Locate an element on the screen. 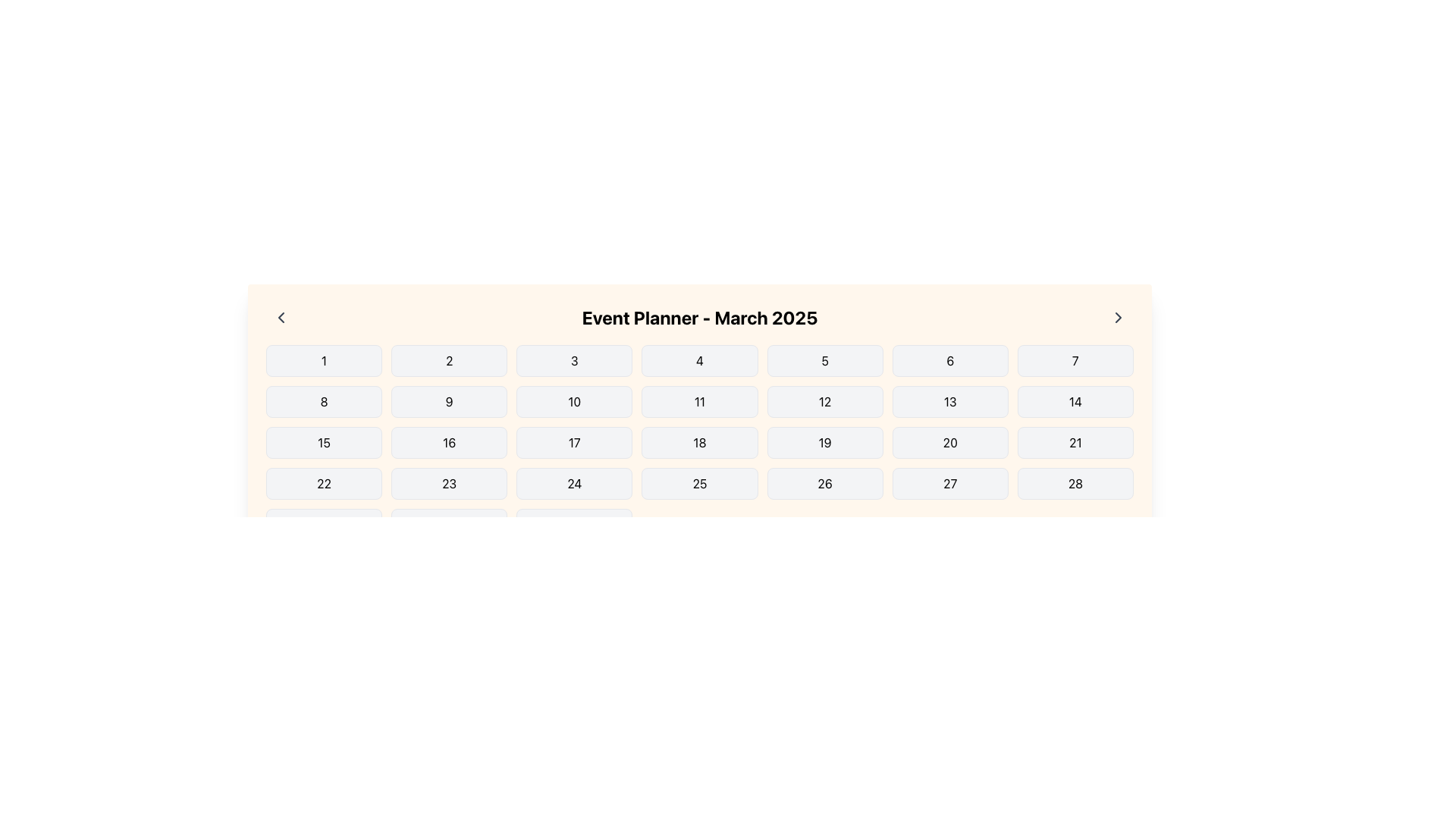 The image size is (1456, 819). the number '18' displayed in bold black text on a light gray background within the calendar interface is located at coordinates (698, 442).